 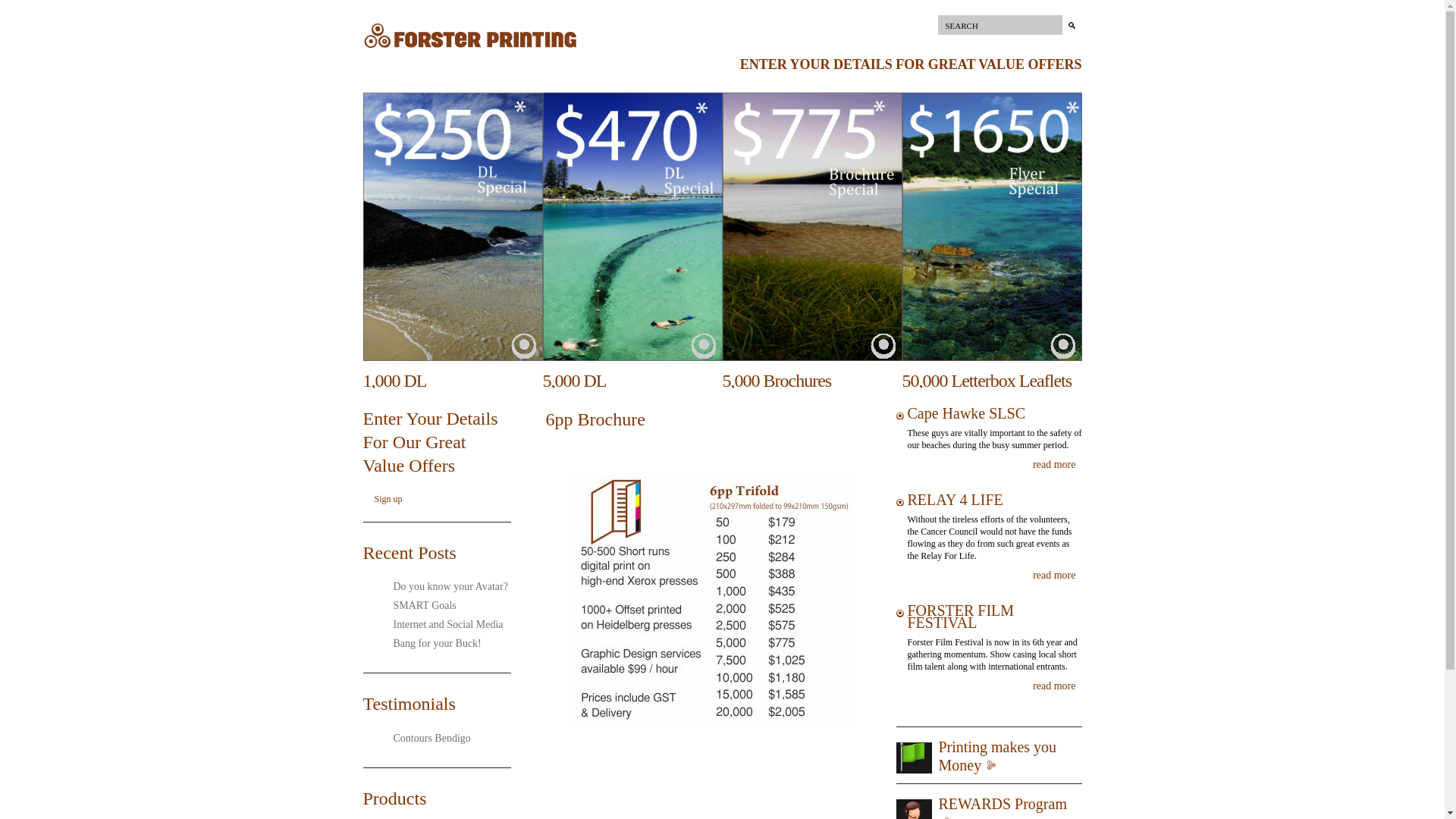 What do you see at coordinates (811, 227) in the screenshot?
I see `'banner-img3'` at bounding box center [811, 227].